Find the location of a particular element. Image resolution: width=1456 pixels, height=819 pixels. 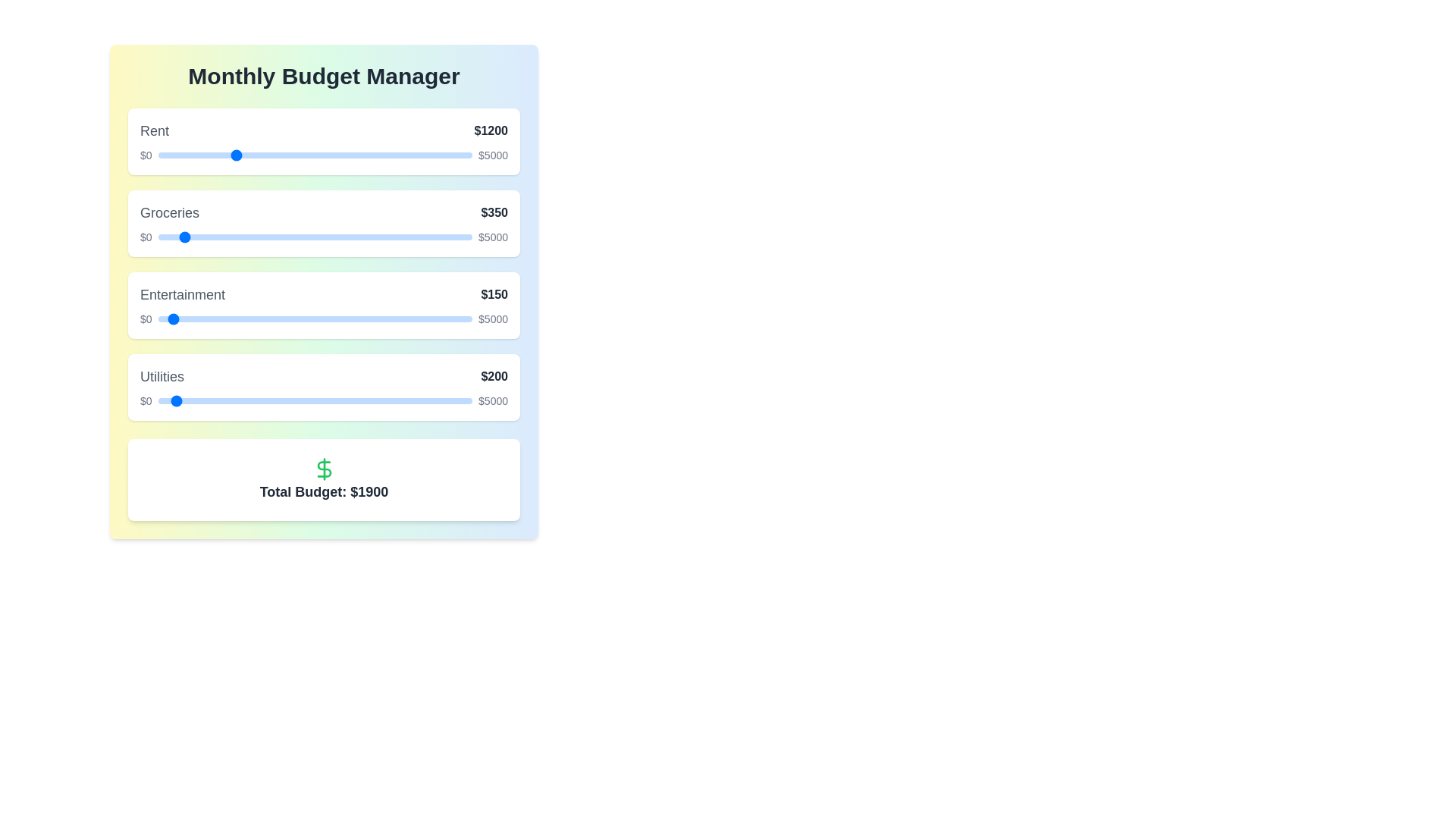

the value of the slider is located at coordinates (374, 318).